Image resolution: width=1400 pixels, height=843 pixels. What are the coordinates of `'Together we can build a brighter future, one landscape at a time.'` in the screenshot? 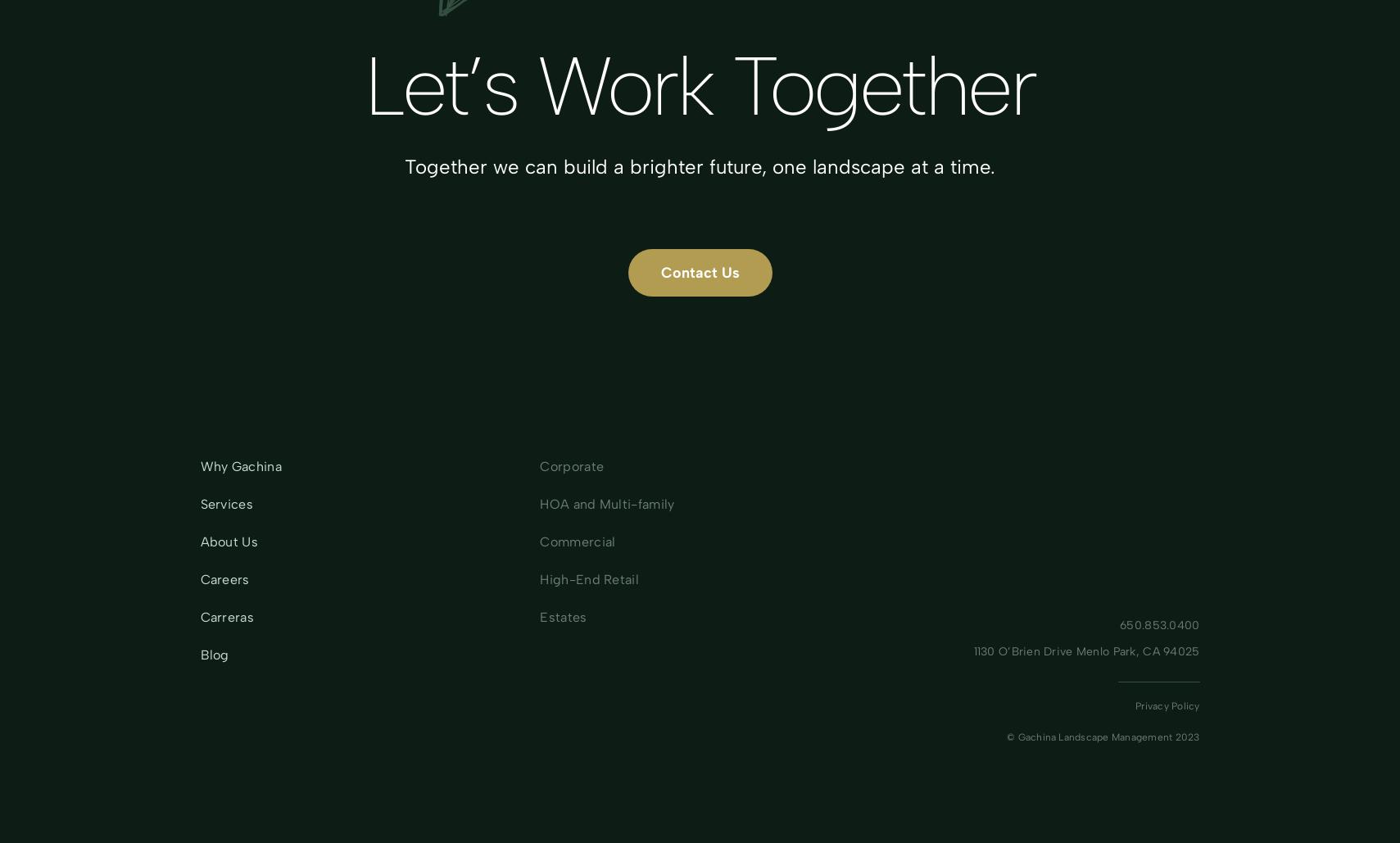 It's located at (404, 166).